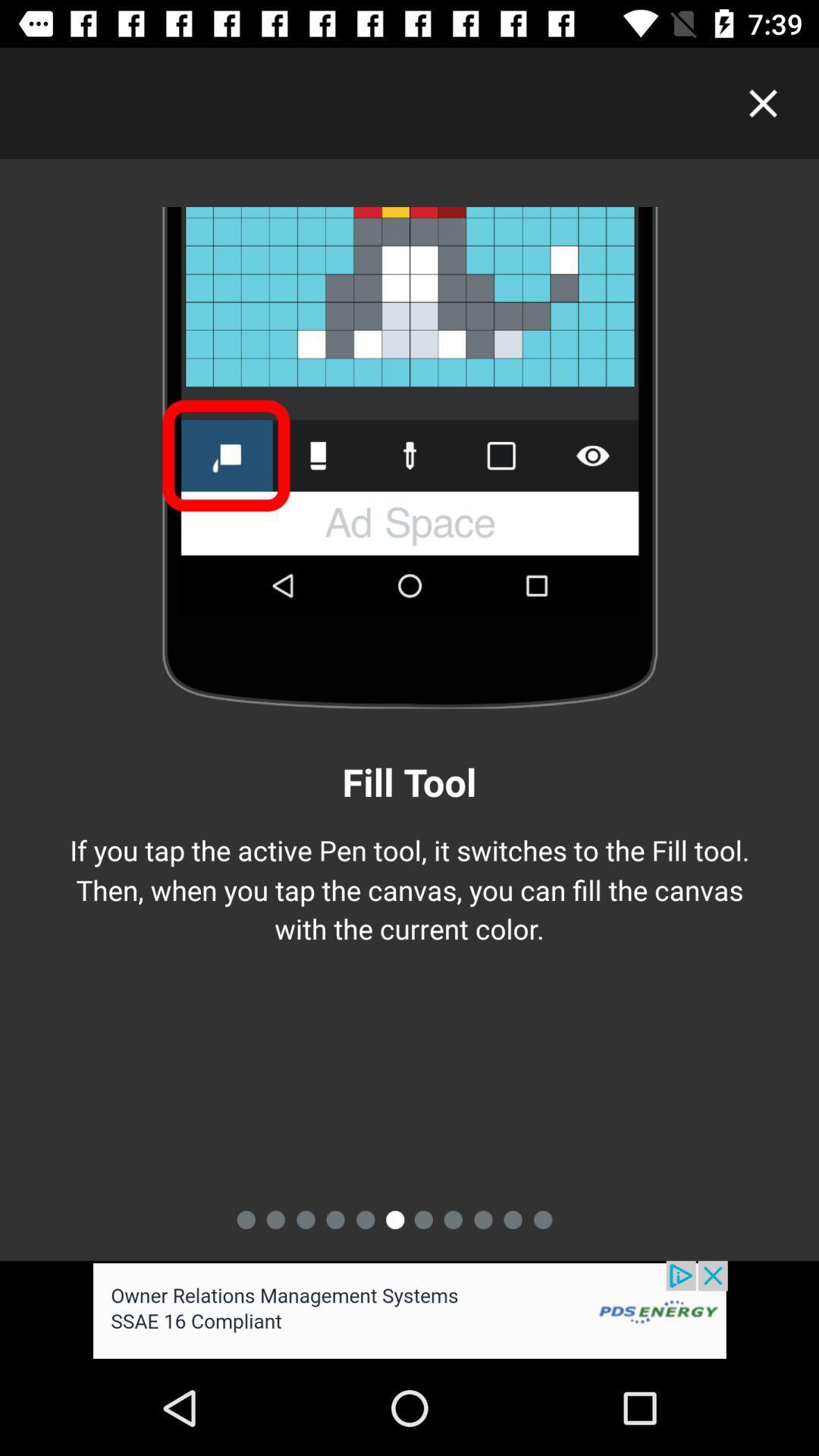 The image size is (819, 1456). Describe the element at coordinates (409, 1310) in the screenshot. I see `advertisement` at that location.